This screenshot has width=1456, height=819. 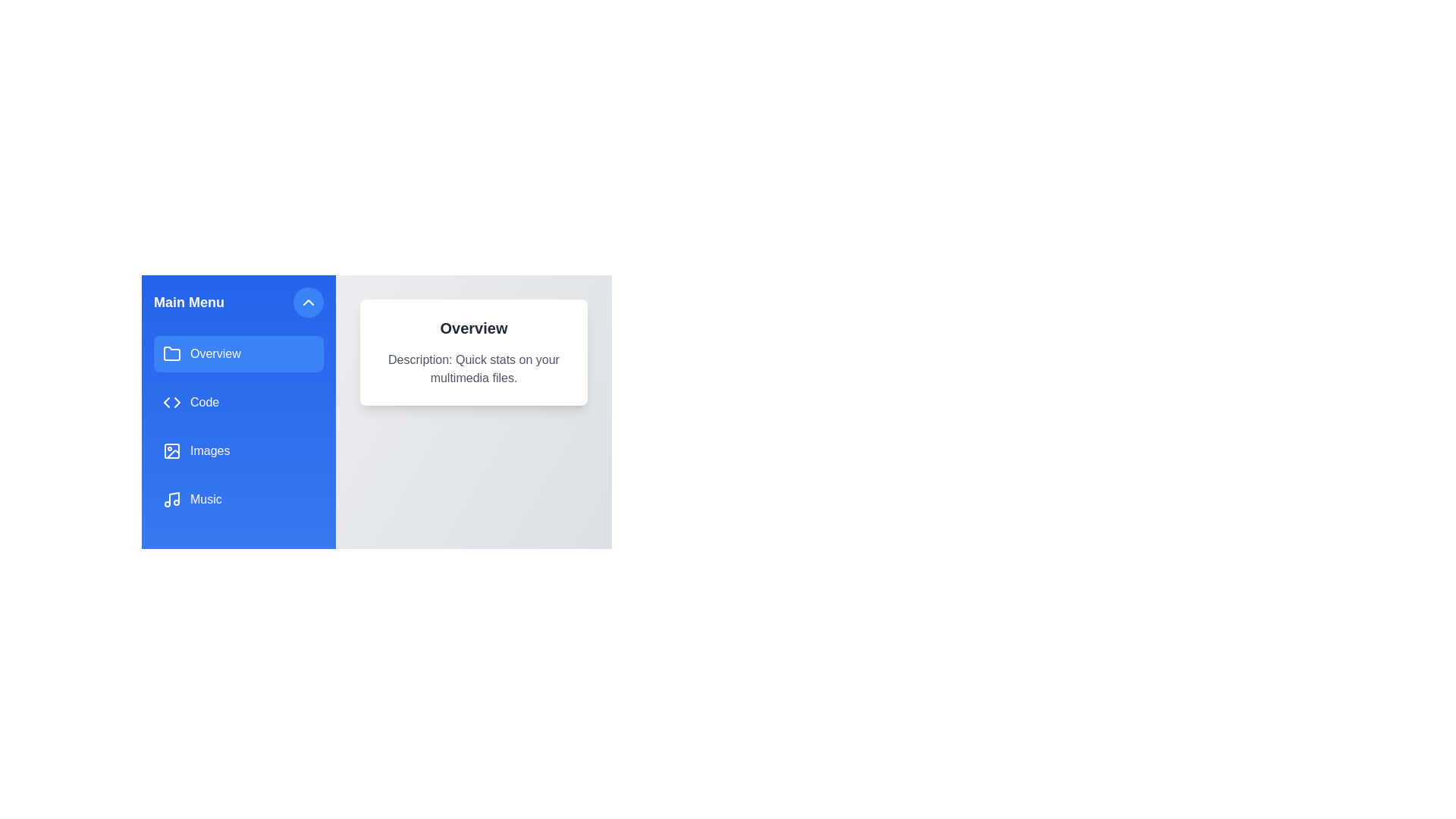 I want to click on leftward-pointing chevron SVG graphical element inside the 'Code' menu item in the vertical menu bar on the left, so click(x=167, y=402).